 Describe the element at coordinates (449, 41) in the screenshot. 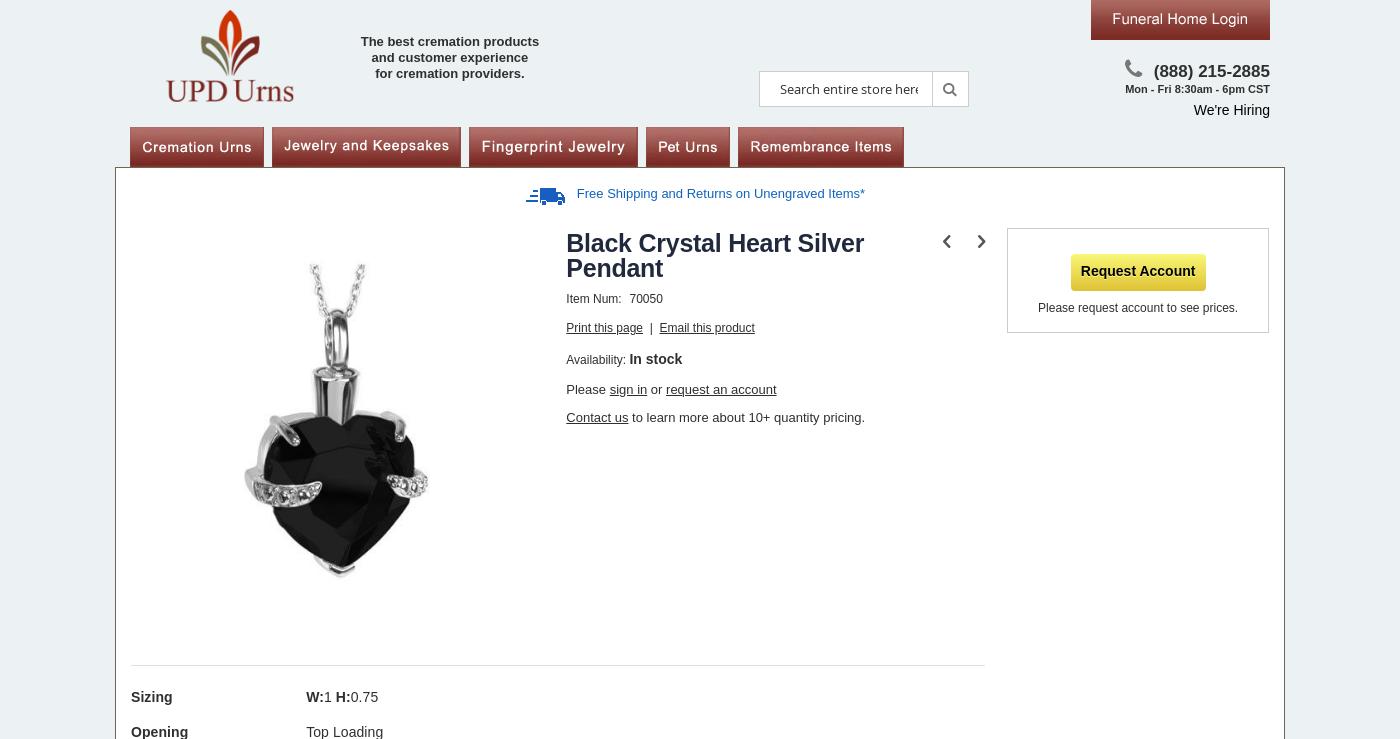

I see `'The best cremation products'` at that location.